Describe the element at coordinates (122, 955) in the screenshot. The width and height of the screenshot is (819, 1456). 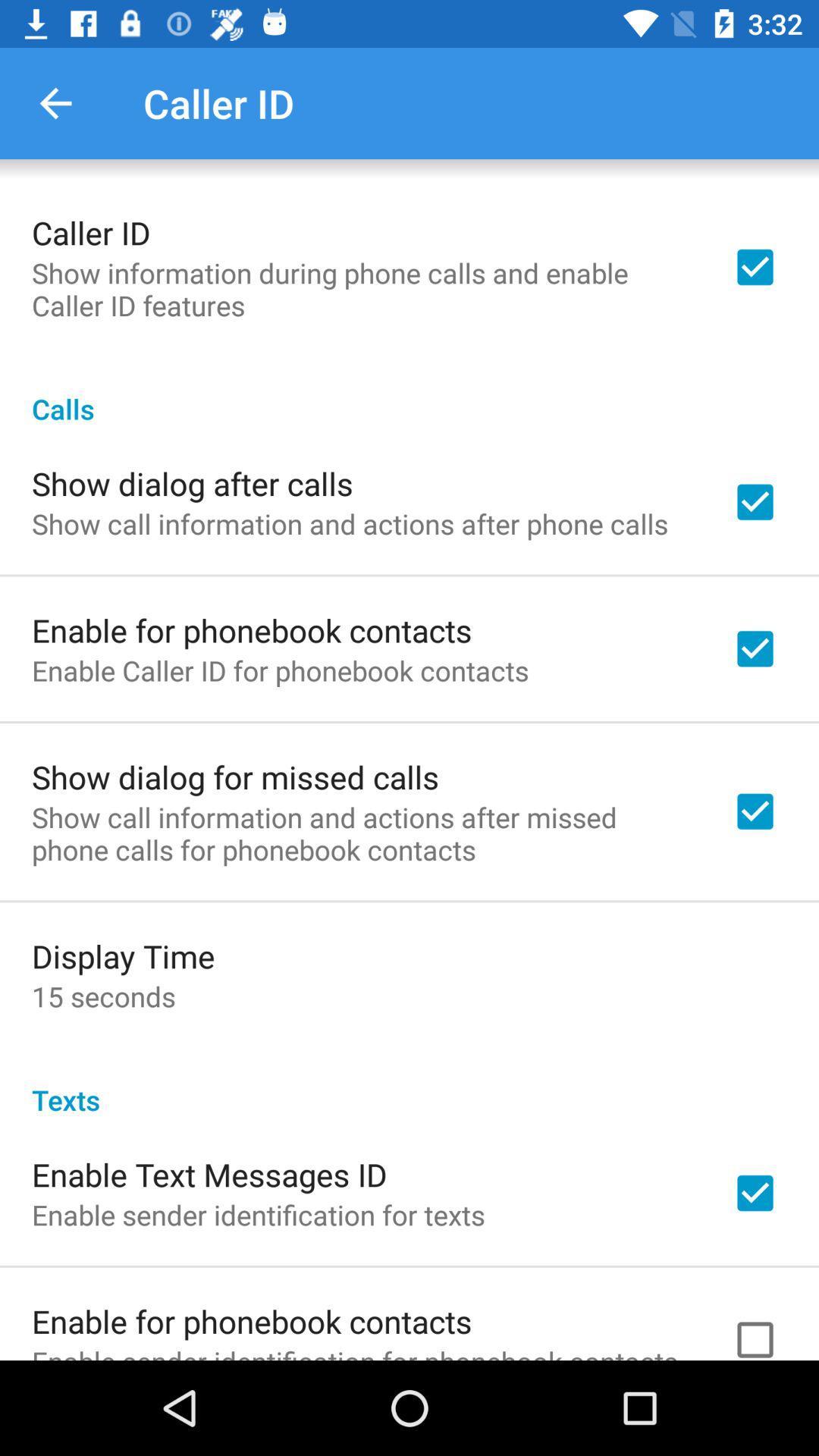
I see `icon above 15 seconds icon` at that location.